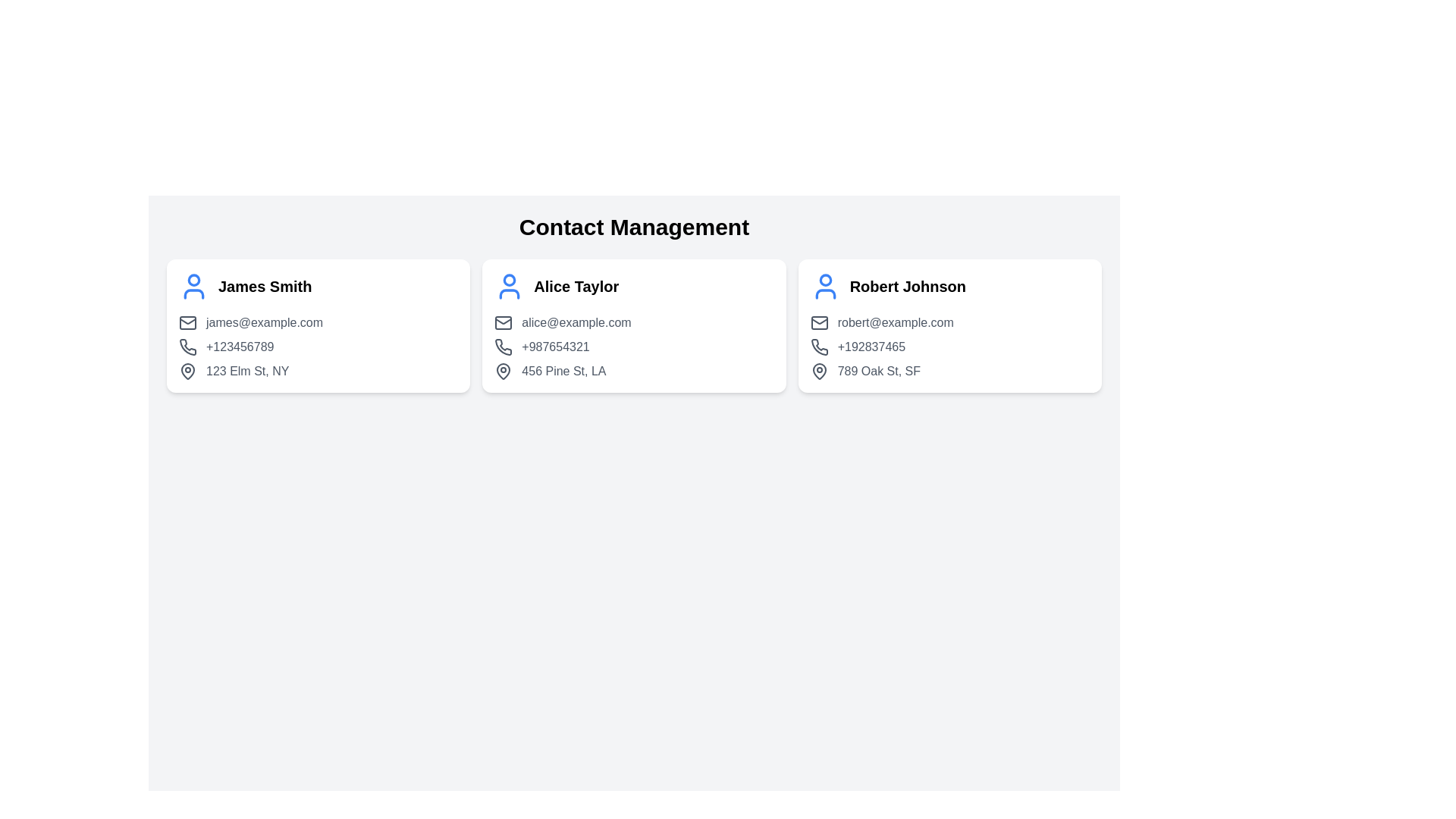 This screenshot has width=1456, height=819. What do you see at coordinates (193, 280) in the screenshot?
I see `the circular SVG element representing the head portion of the user avatar, located at the top of the user icon on the leftmost position in the row of user cards` at bounding box center [193, 280].